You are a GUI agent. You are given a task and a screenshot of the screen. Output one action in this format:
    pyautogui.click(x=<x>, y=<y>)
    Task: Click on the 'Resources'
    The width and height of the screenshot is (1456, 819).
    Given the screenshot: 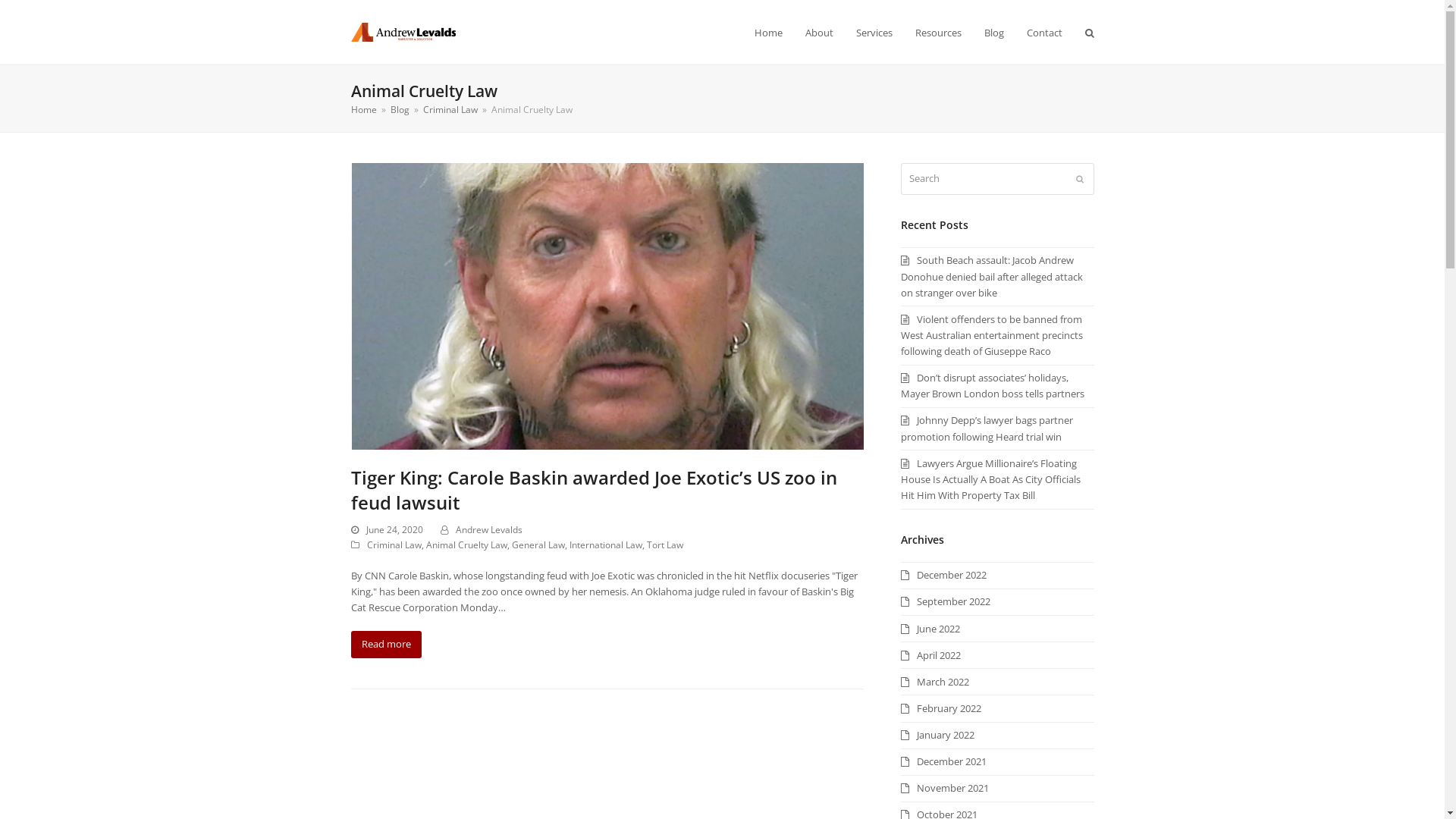 What is the action you would take?
    pyautogui.click(x=937, y=32)
    